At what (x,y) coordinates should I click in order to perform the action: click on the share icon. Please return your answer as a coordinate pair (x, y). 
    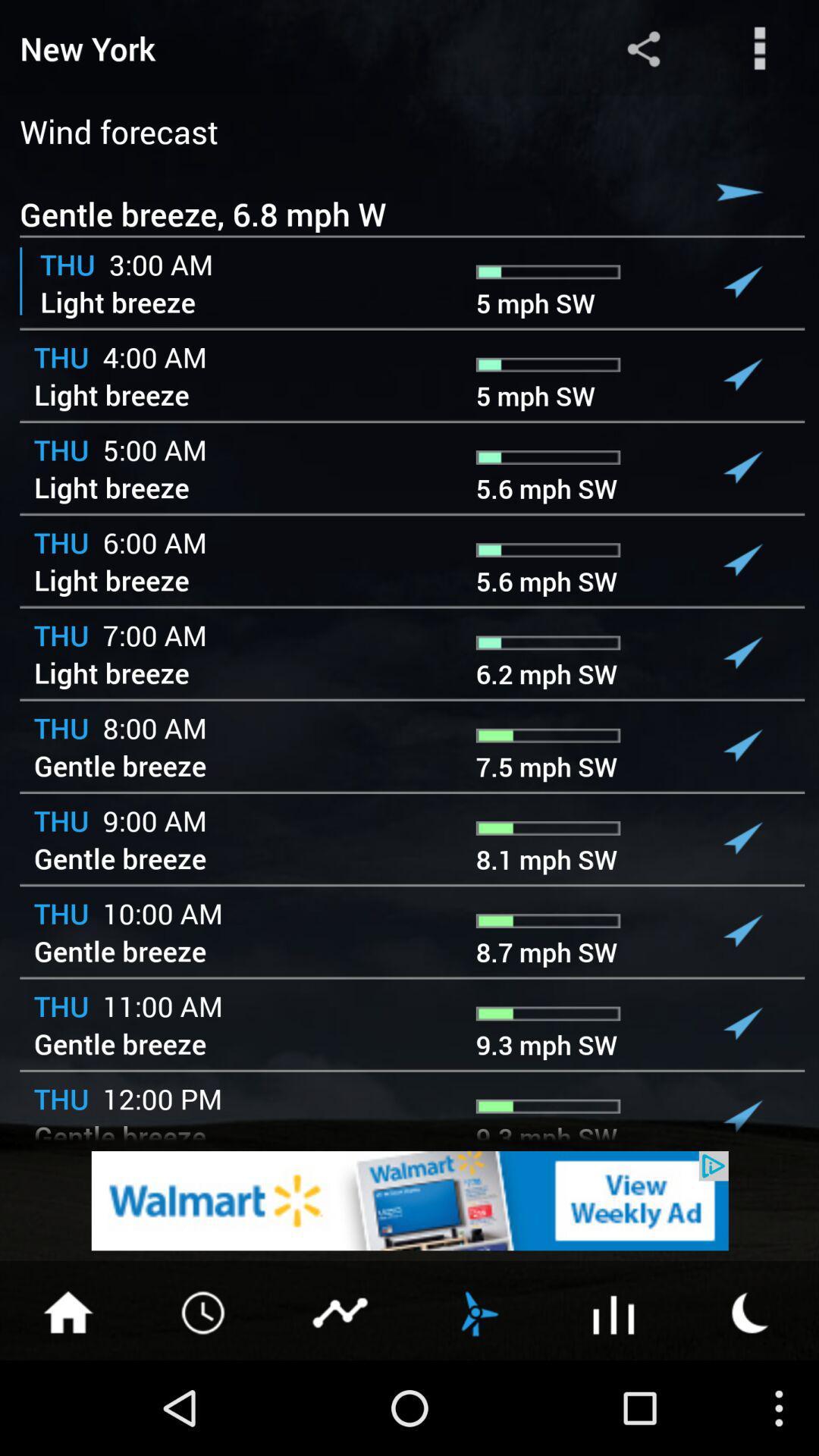
    Looking at the image, I should click on (643, 52).